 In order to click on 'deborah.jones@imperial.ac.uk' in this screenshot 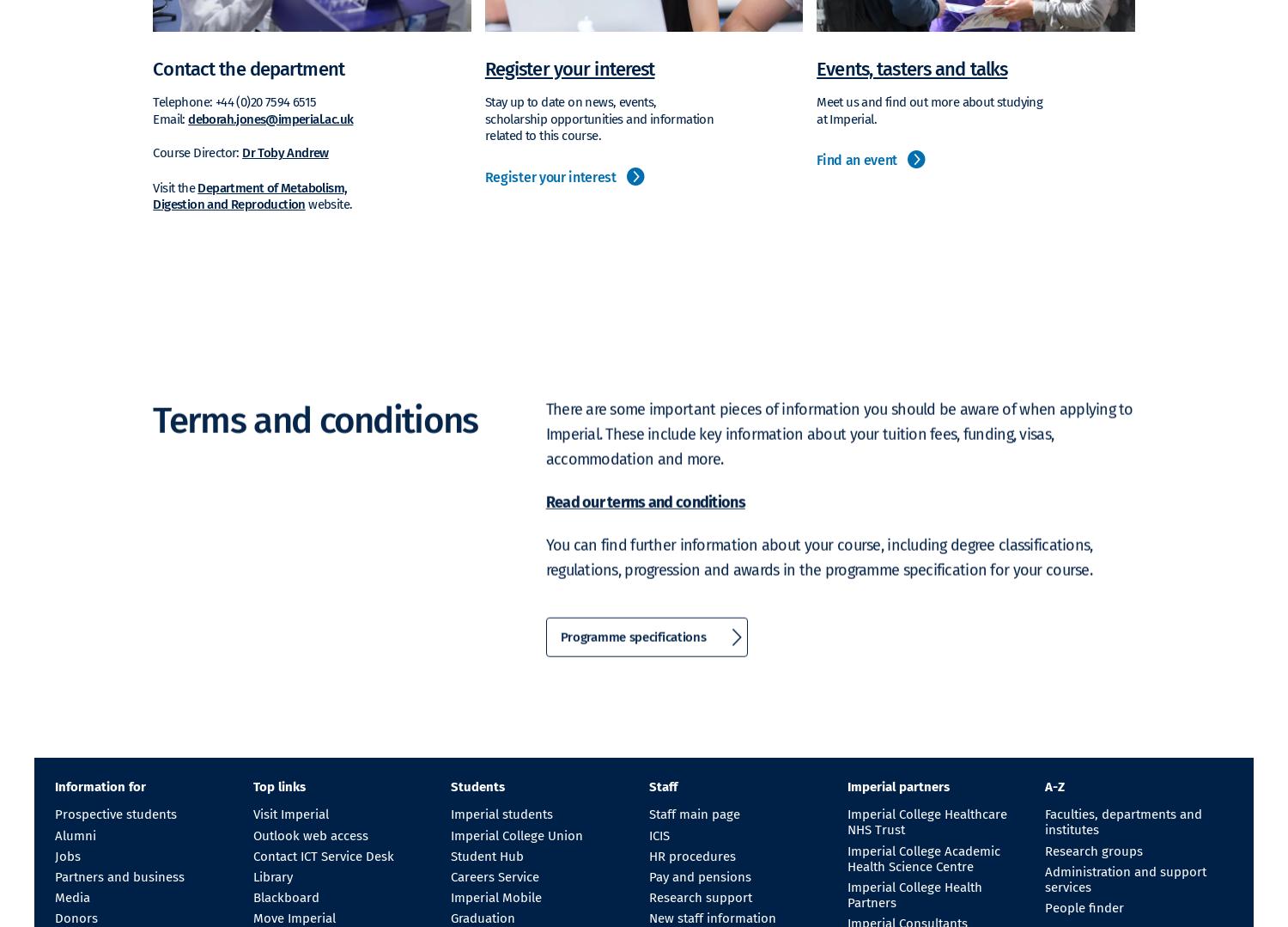, I will do `click(270, 118)`.